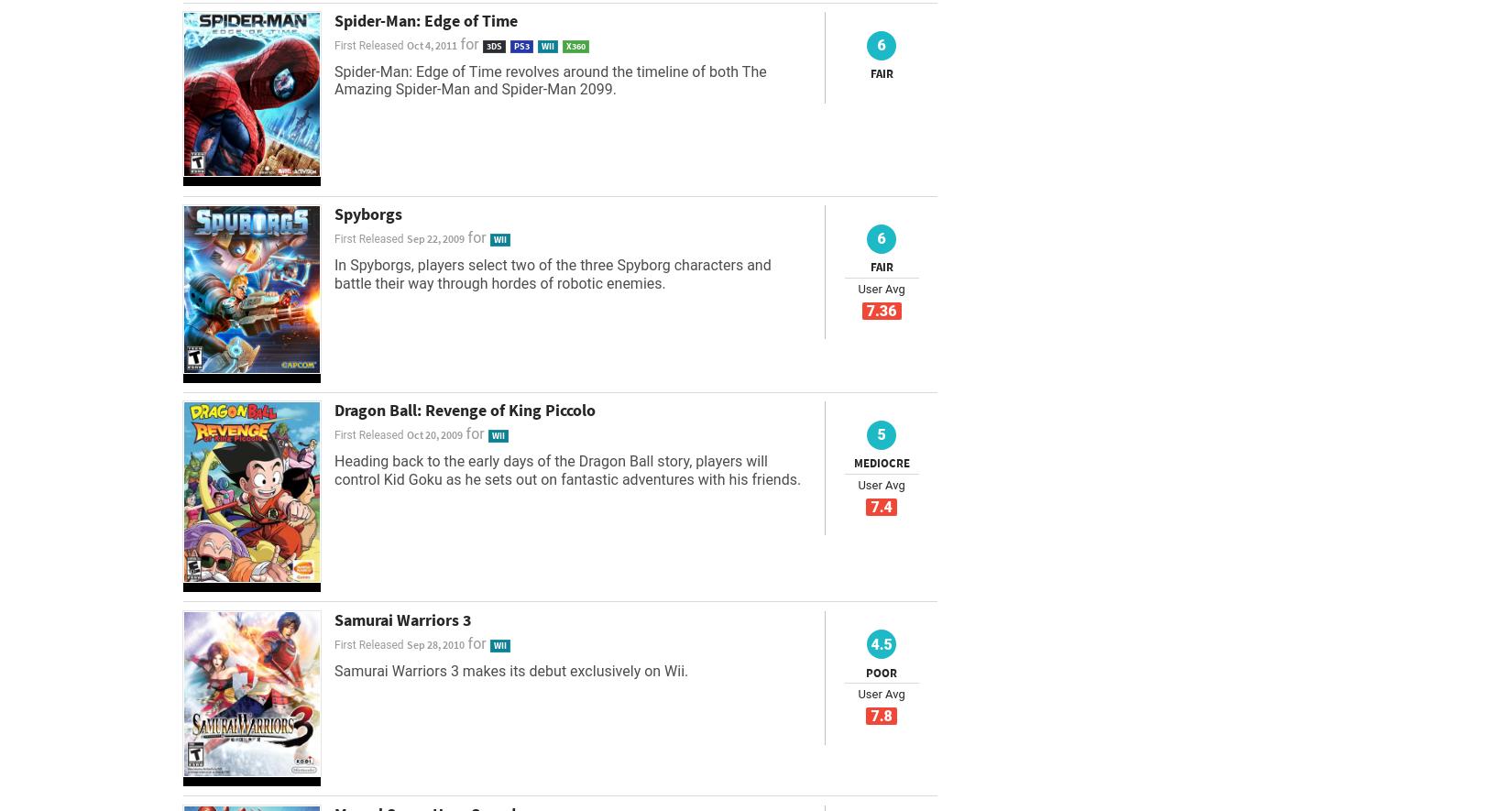  Describe the element at coordinates (464, 409) in the screenshot. I see `'Dragon Ball: Revenge of King Piccolo'` at that location.